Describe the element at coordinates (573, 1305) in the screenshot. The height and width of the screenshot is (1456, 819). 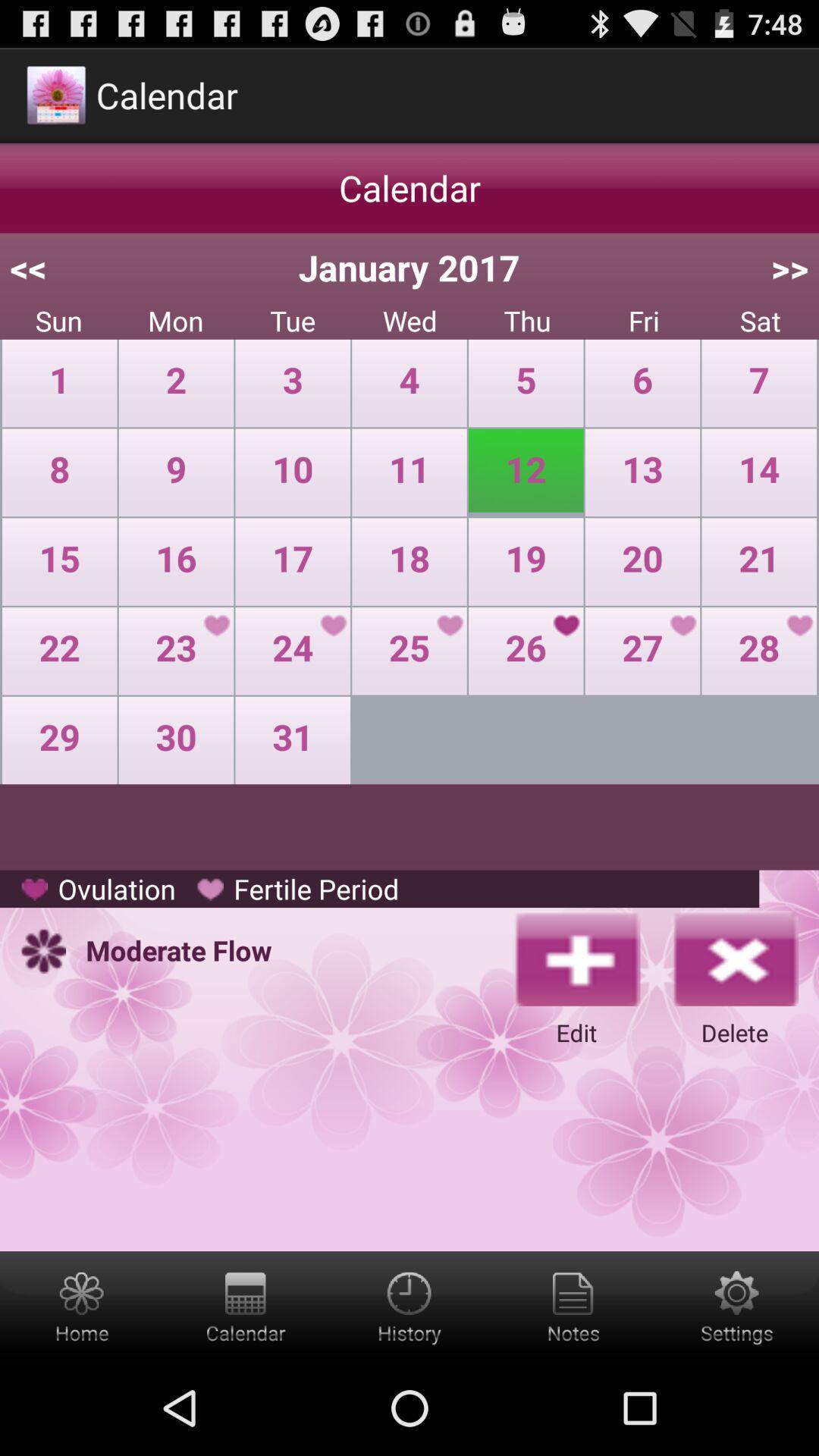
I see `notebad box` at that location.